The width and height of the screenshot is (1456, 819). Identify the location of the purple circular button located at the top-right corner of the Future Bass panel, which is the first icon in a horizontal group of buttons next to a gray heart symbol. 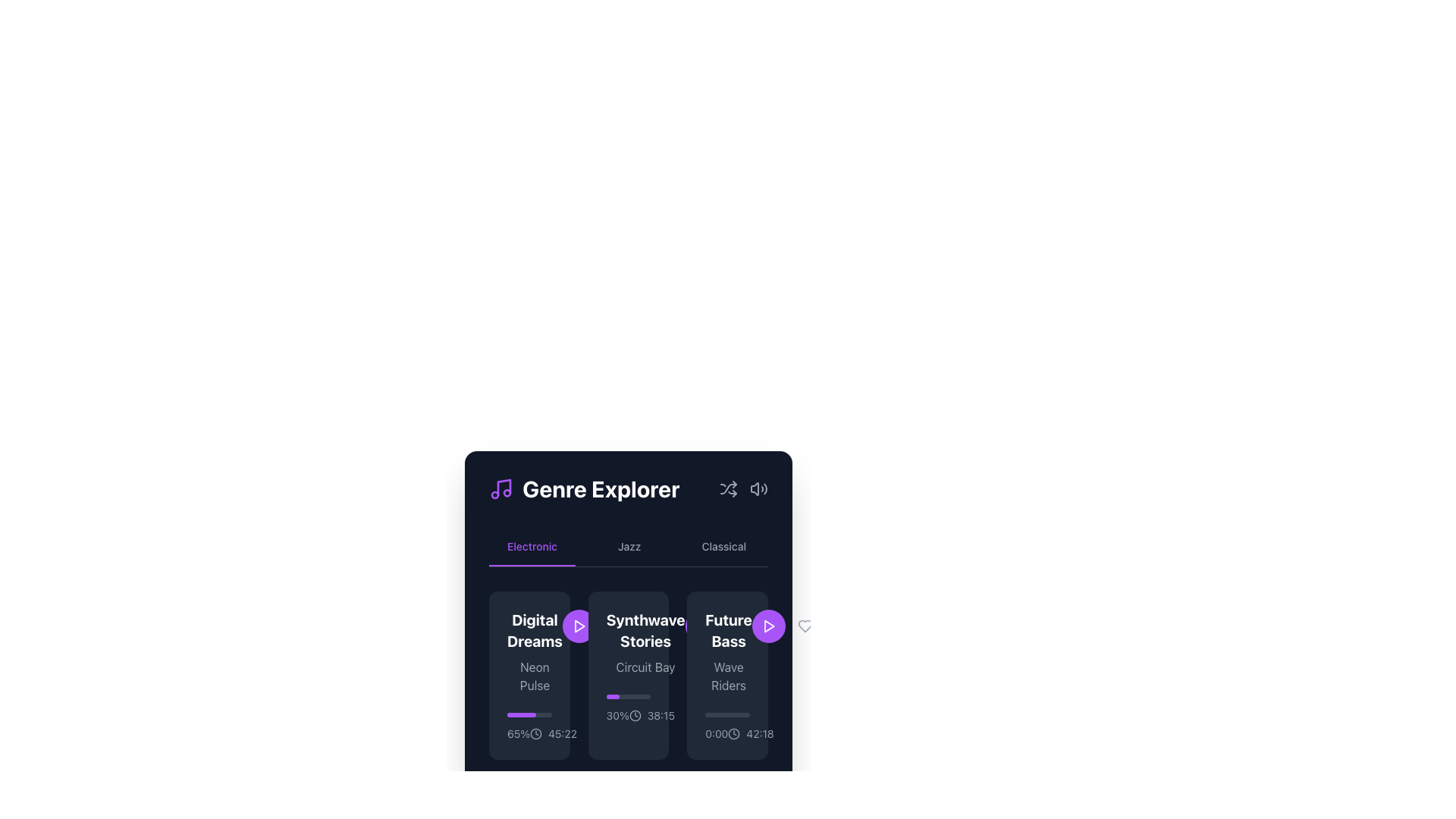
(795, 626).